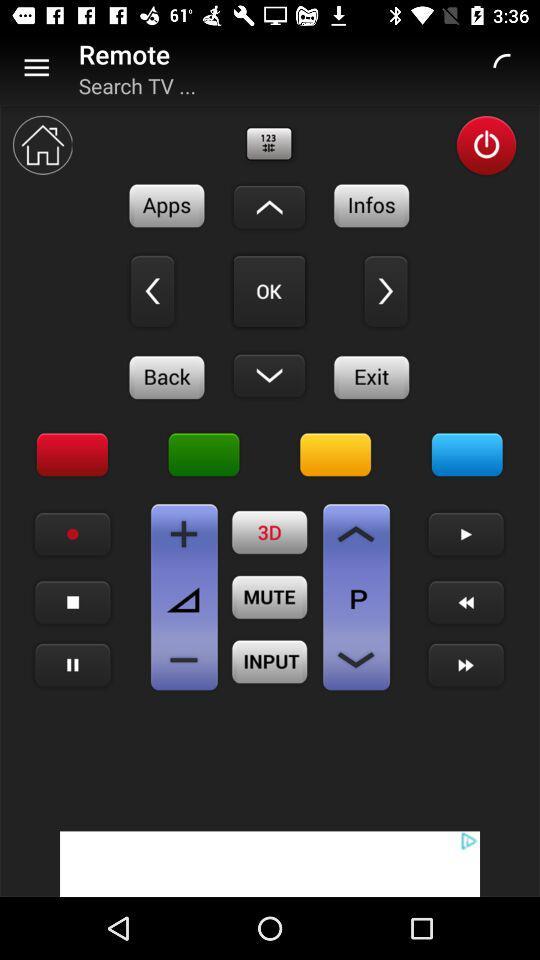 Image resolution: width=540 pixels, height=960 pixels. What do you see at coordinates (184, 659) in the screenshot?
I see `volume down button` at bounding box center [184, 659].